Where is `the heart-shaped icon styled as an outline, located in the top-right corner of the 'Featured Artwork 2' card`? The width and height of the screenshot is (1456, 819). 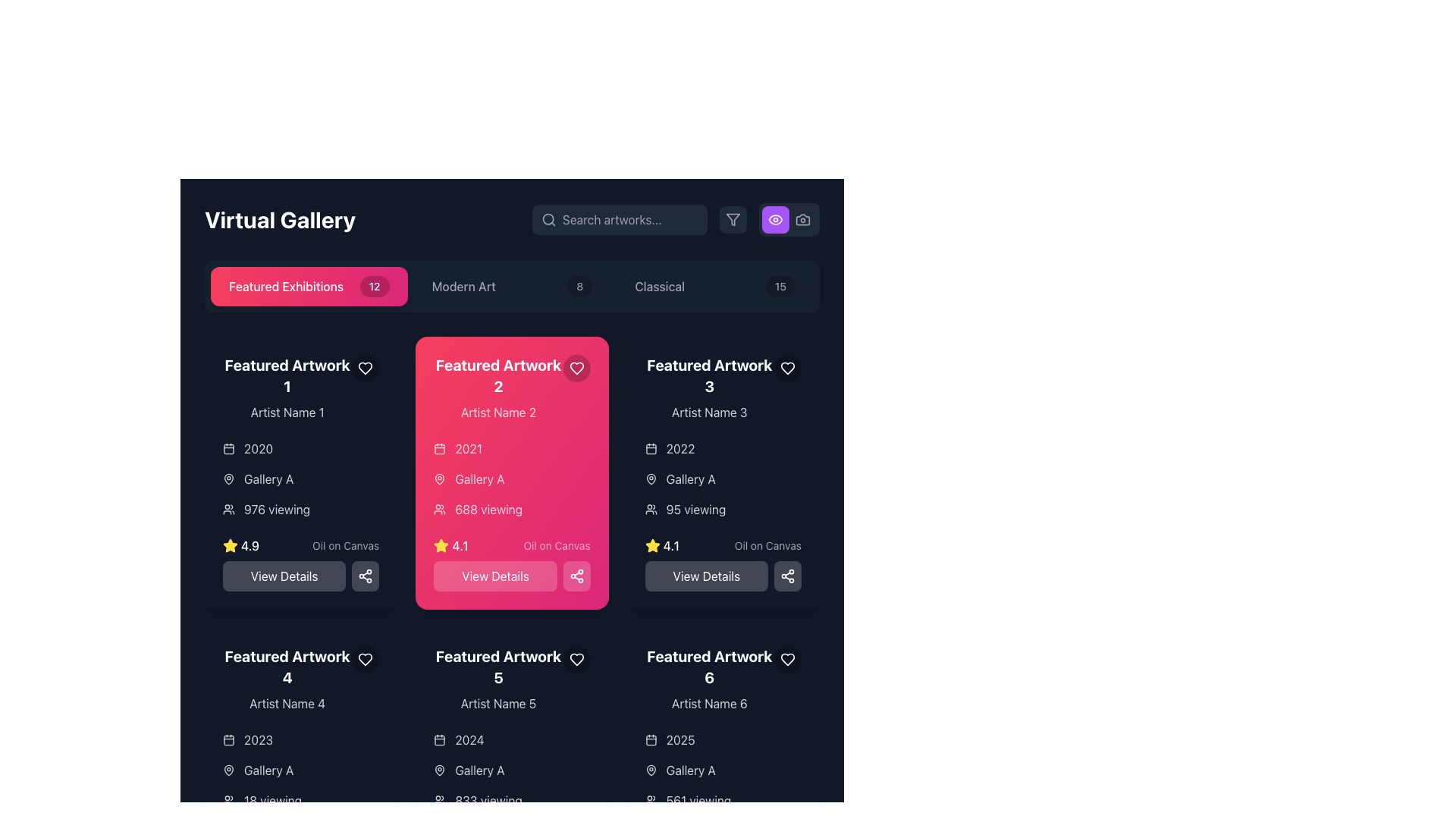 the heart-shaped icon styled as an outline, located in the top-right corner of the 'Featured Artwork 2' card is located at coordinates (576, 659).